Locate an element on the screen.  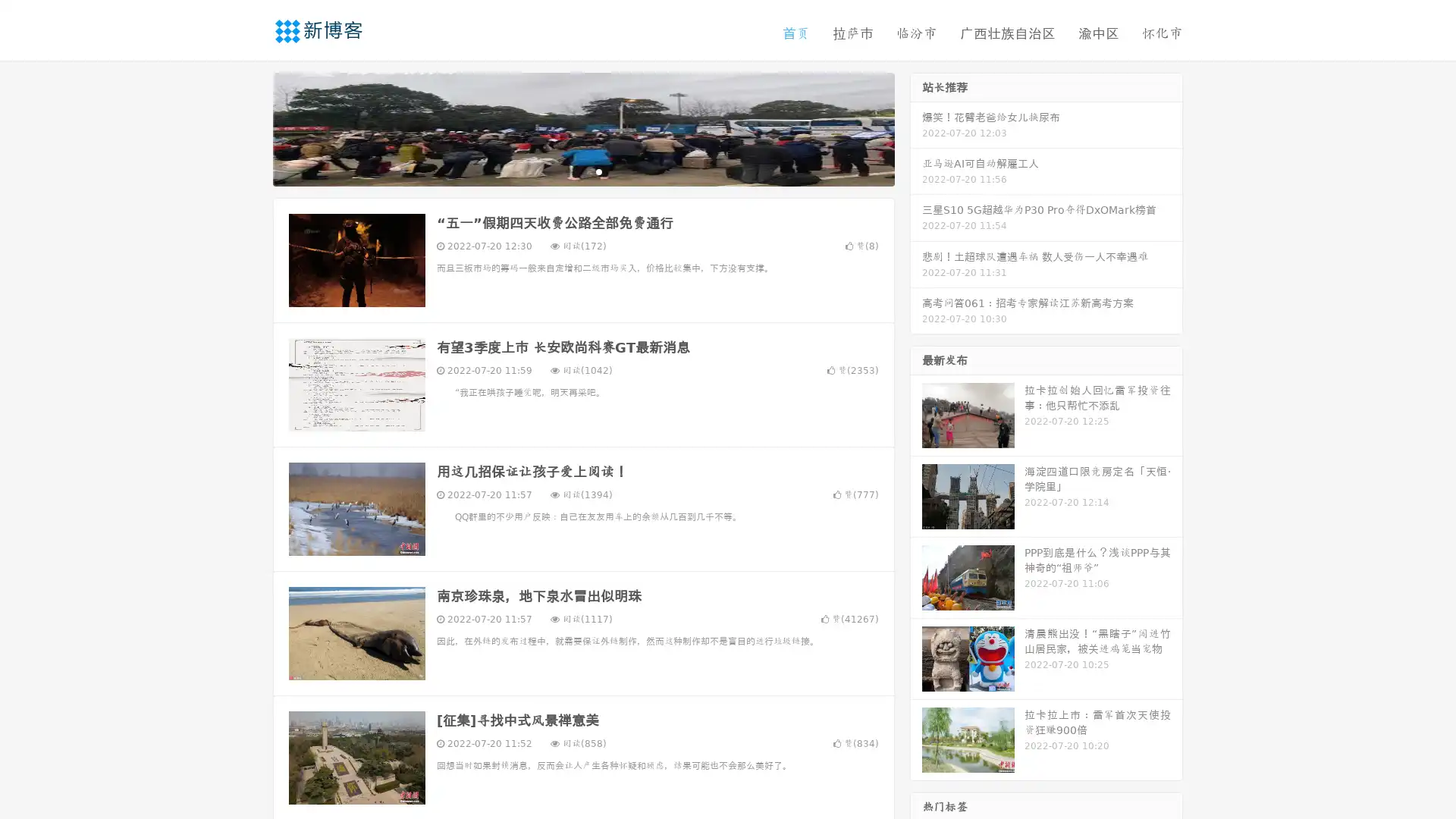
Go to slide 3 is located at coordinates (598, 171).